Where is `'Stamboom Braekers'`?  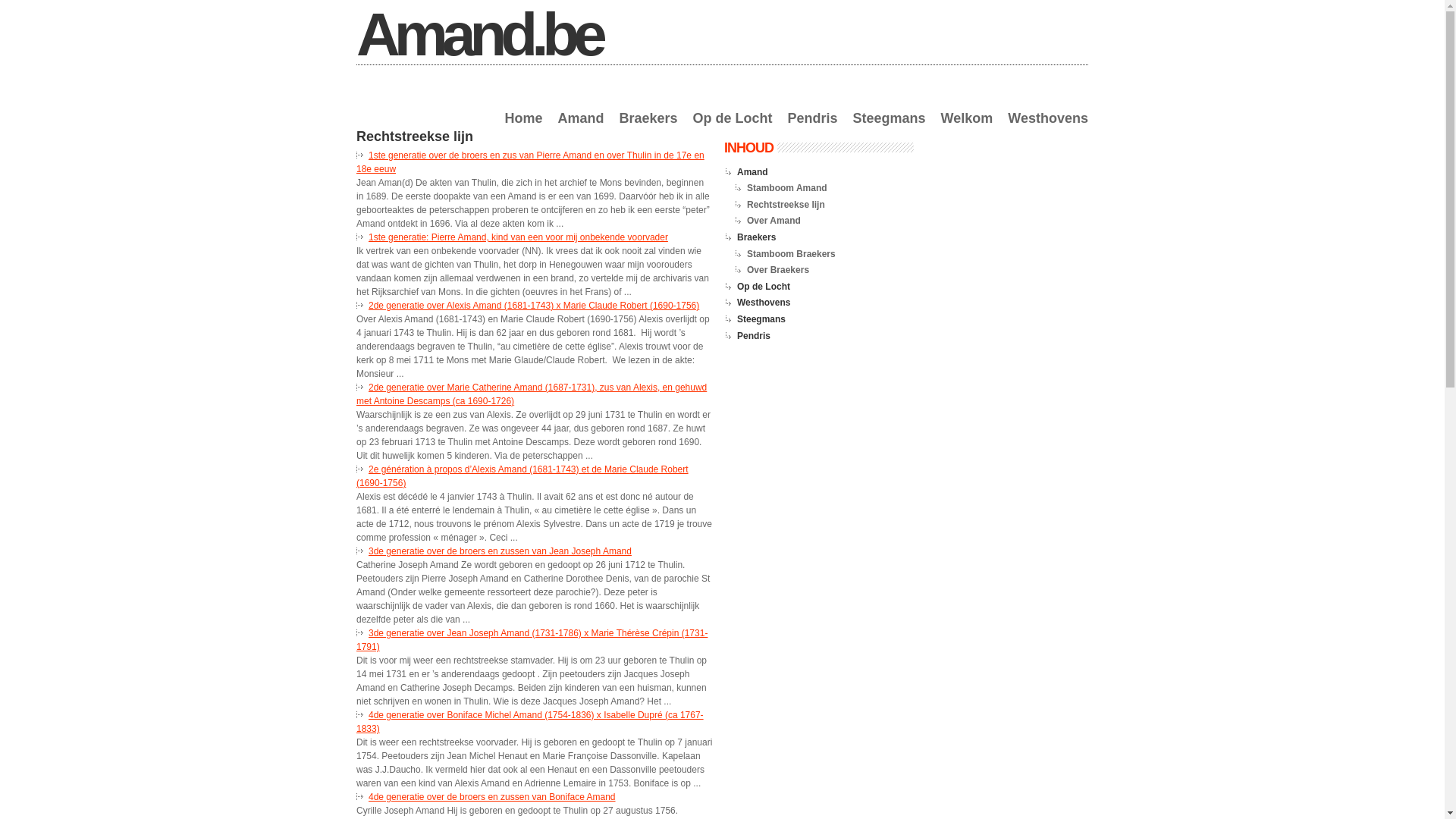 'Stamboom Braekers' is located at coordinates (746, 253).